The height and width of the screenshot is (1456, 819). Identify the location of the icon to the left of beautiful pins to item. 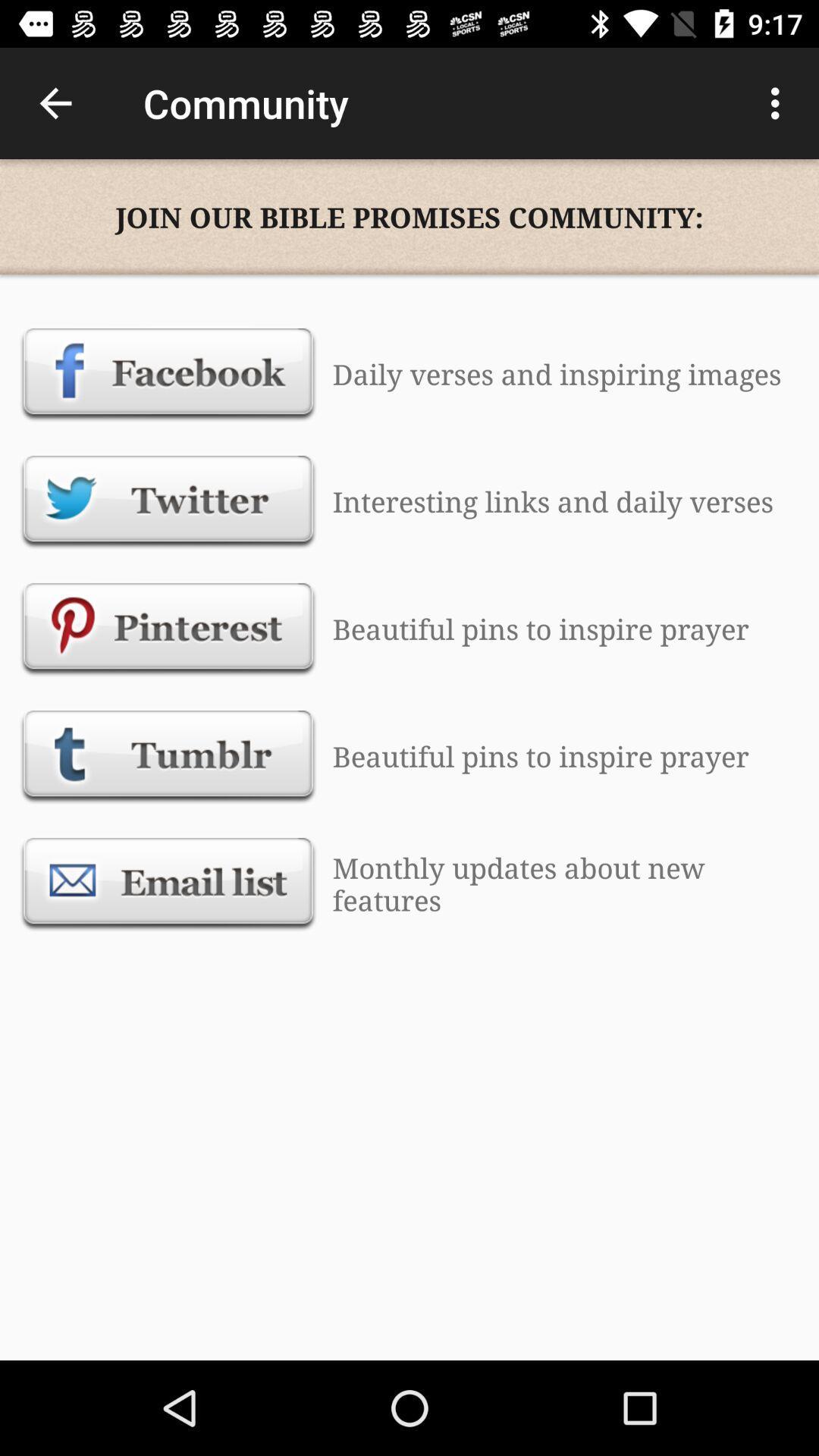
(168, 629).